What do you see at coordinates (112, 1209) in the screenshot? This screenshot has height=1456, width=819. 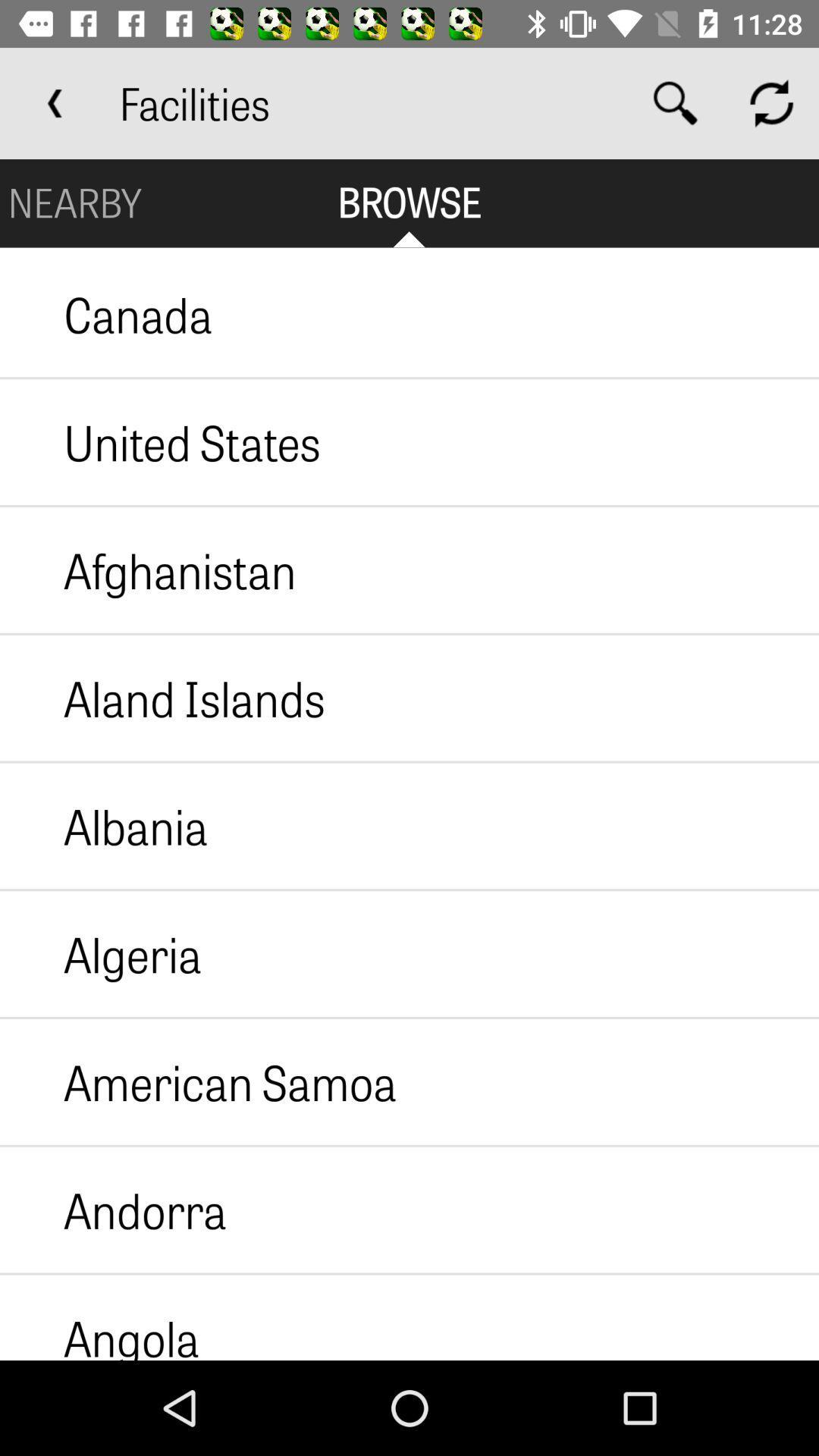 I see `icon above the angola icon` at bounding box center [112, 1209].